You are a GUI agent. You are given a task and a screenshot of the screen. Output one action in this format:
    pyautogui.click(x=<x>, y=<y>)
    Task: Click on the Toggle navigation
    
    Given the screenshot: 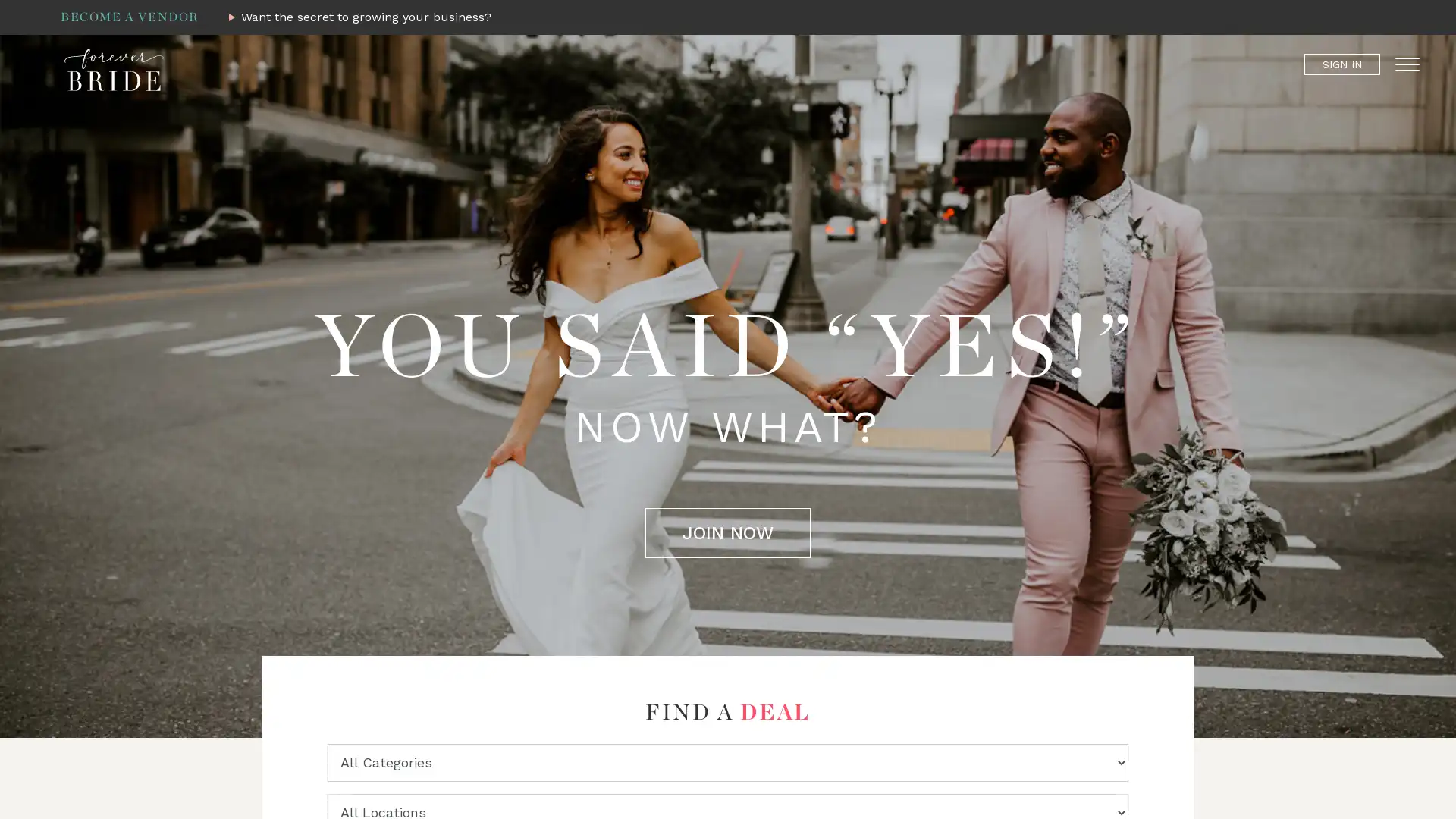 What is the action you would take?
    pyautogui.click(x=1407, y=63)
    